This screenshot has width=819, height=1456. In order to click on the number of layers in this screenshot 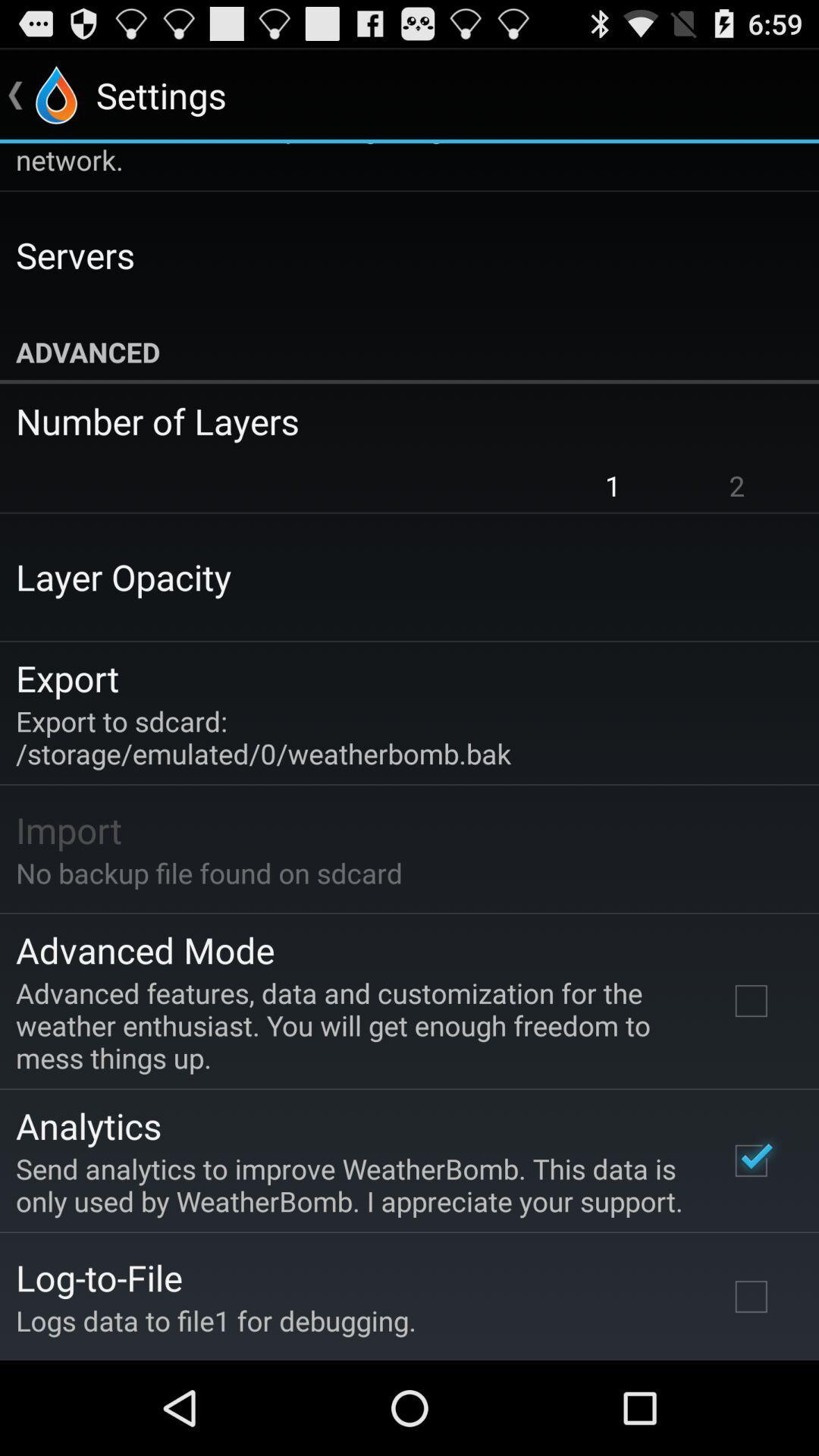, I will do `click(398, 421)`.